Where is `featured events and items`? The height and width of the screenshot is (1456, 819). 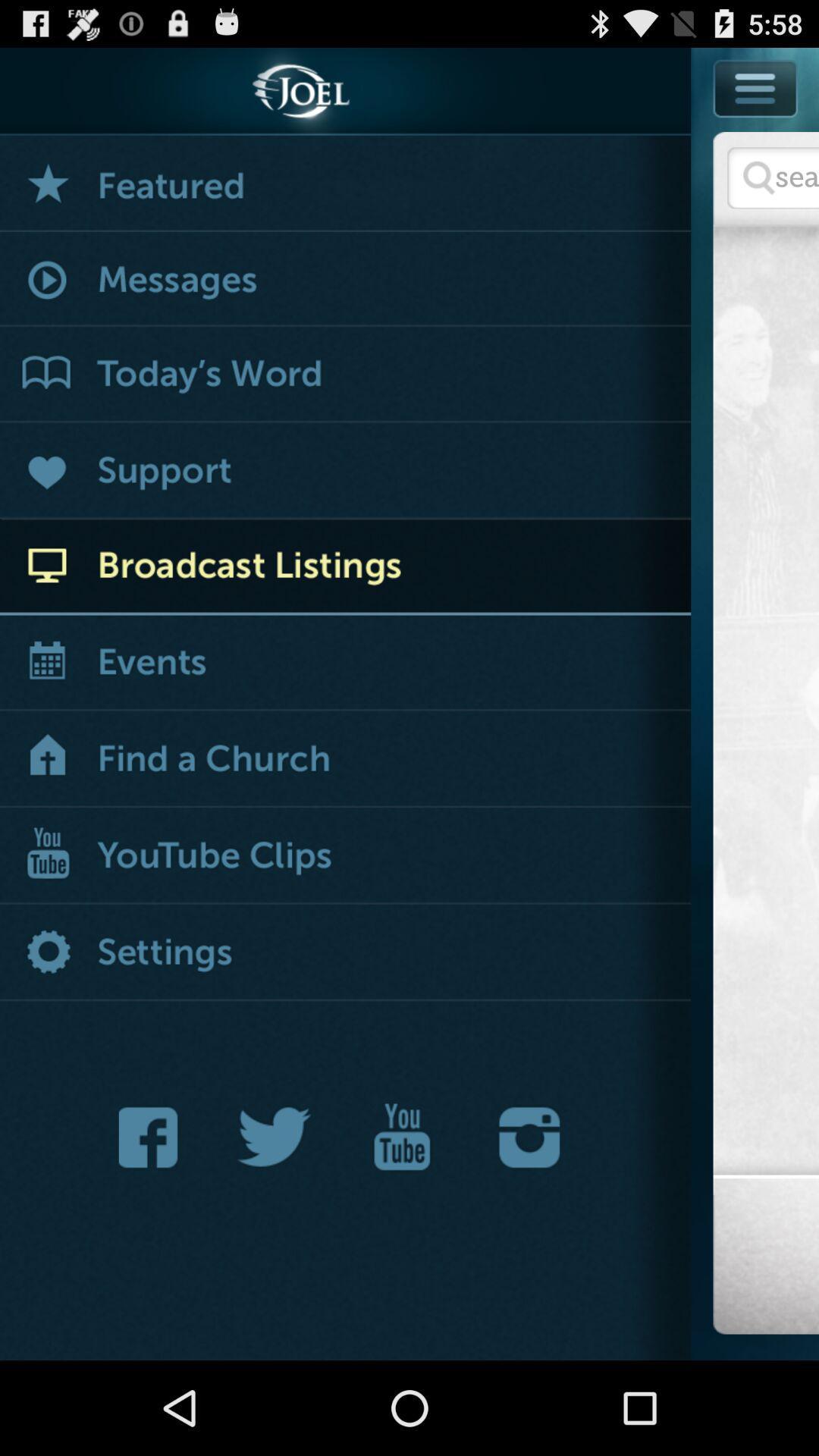
featured events and items is located at coordinates (345, 183).